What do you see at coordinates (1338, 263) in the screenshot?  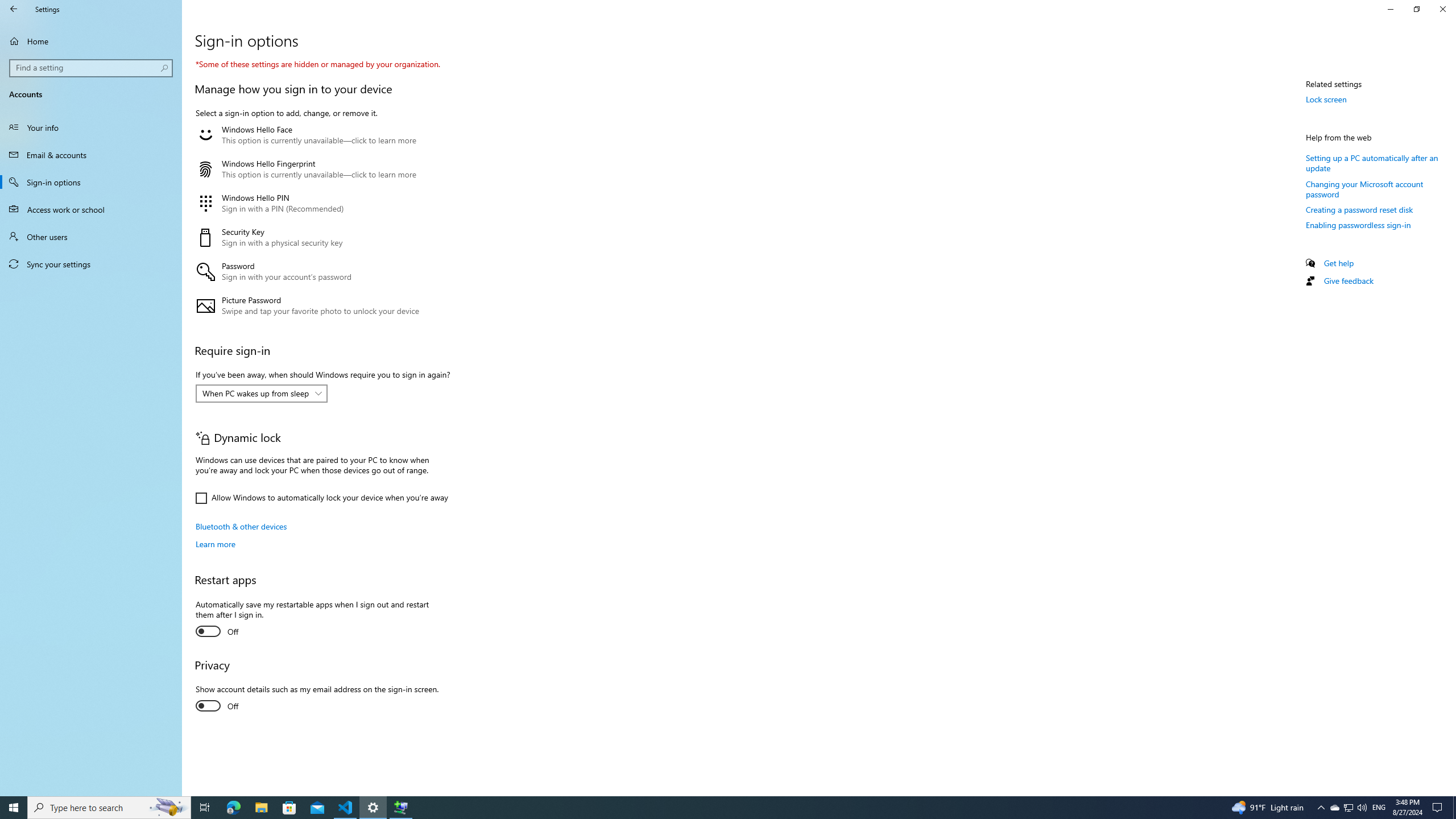 I see `'Get help'` at bounding box center [1338, 263].